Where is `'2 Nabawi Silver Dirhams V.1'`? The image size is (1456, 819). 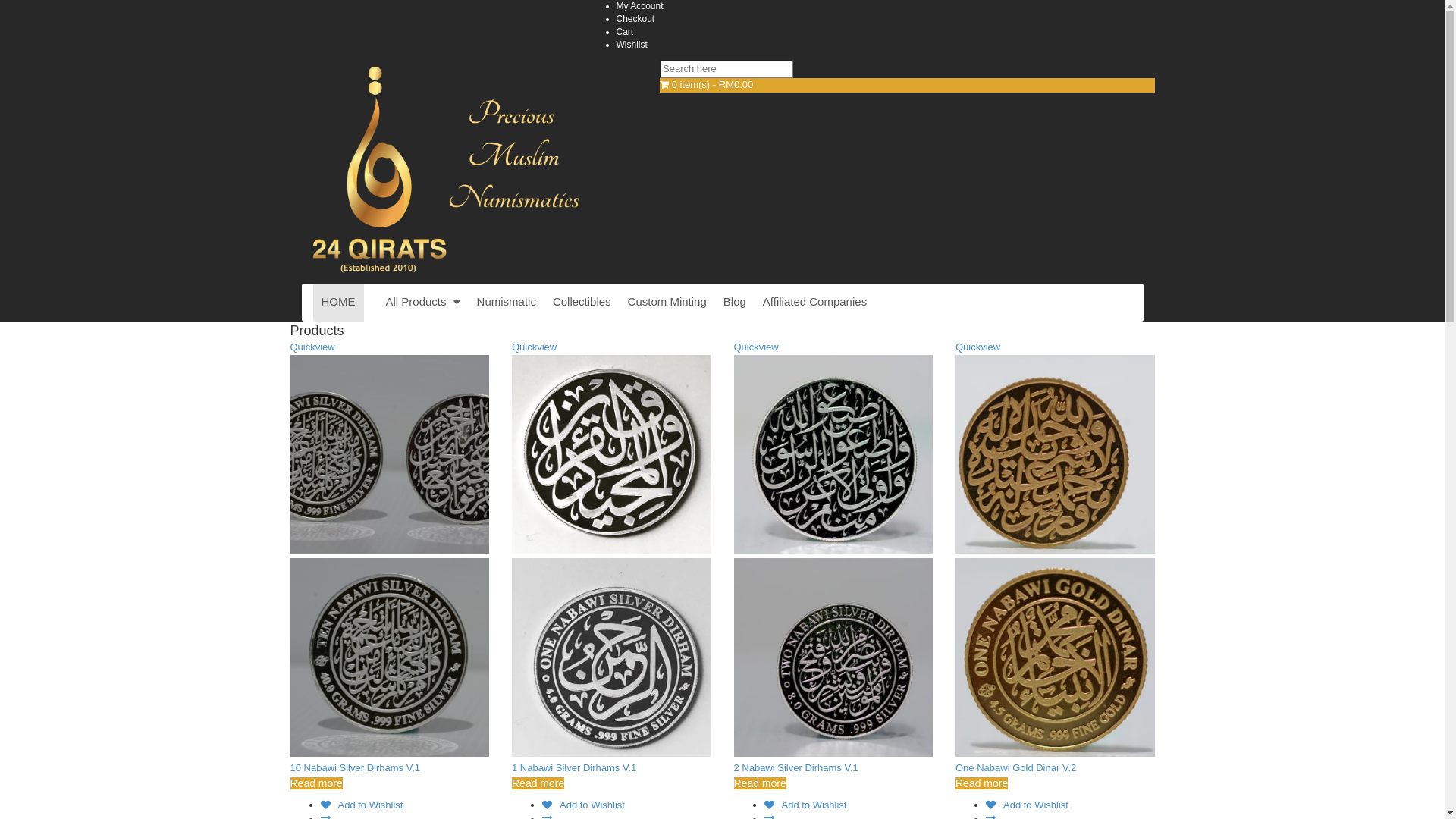
'2 Nabawi Silver Dirhams V.1' is located at coordinates (795, 767).